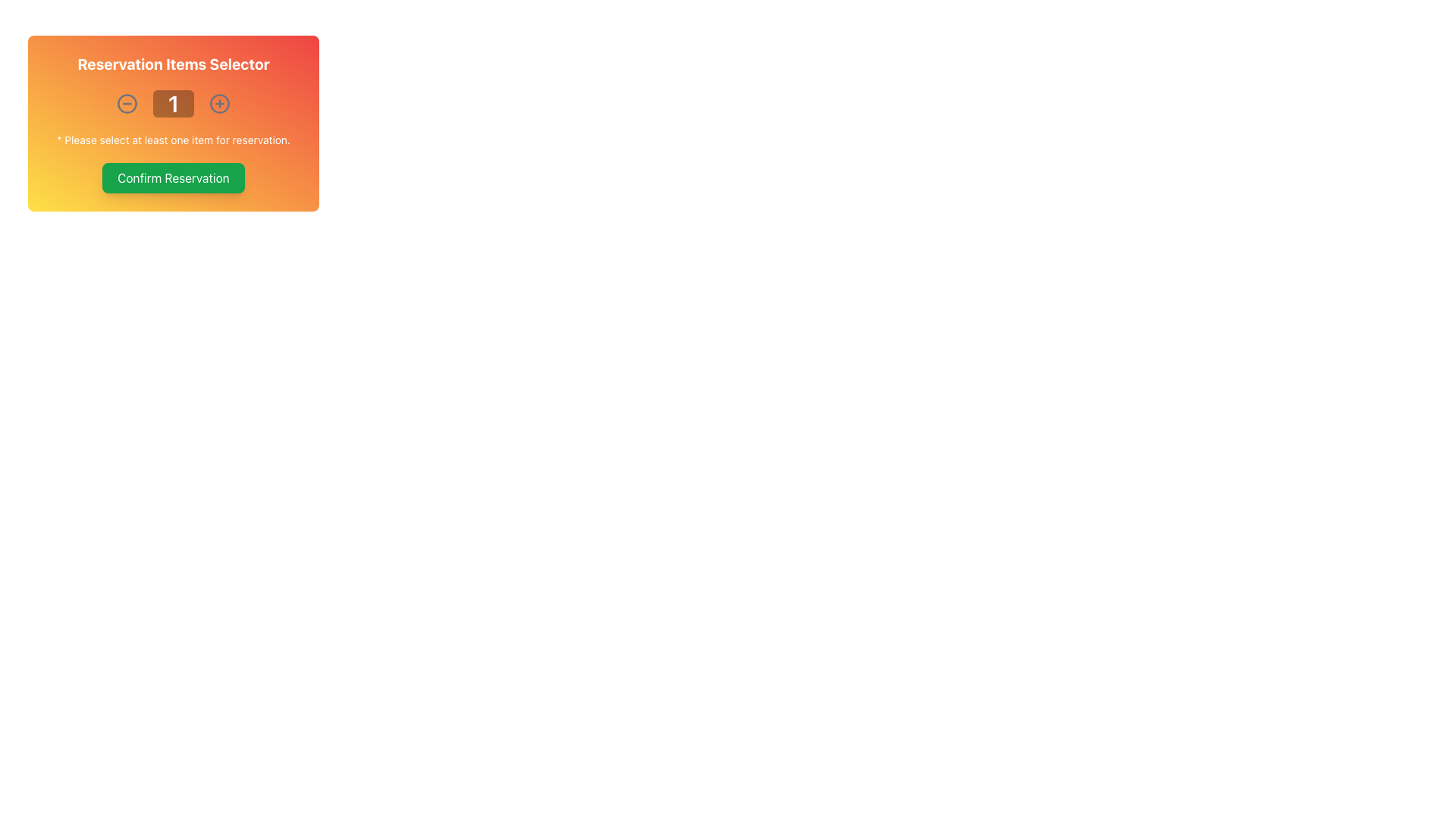 The height and width of the screenshot is (819, 1456). Describe the element at coordinates (219, 103) in the screenshot. I see `the circular '+' button located on the right side of the quantity selector interface to read its tooltip` at that location.